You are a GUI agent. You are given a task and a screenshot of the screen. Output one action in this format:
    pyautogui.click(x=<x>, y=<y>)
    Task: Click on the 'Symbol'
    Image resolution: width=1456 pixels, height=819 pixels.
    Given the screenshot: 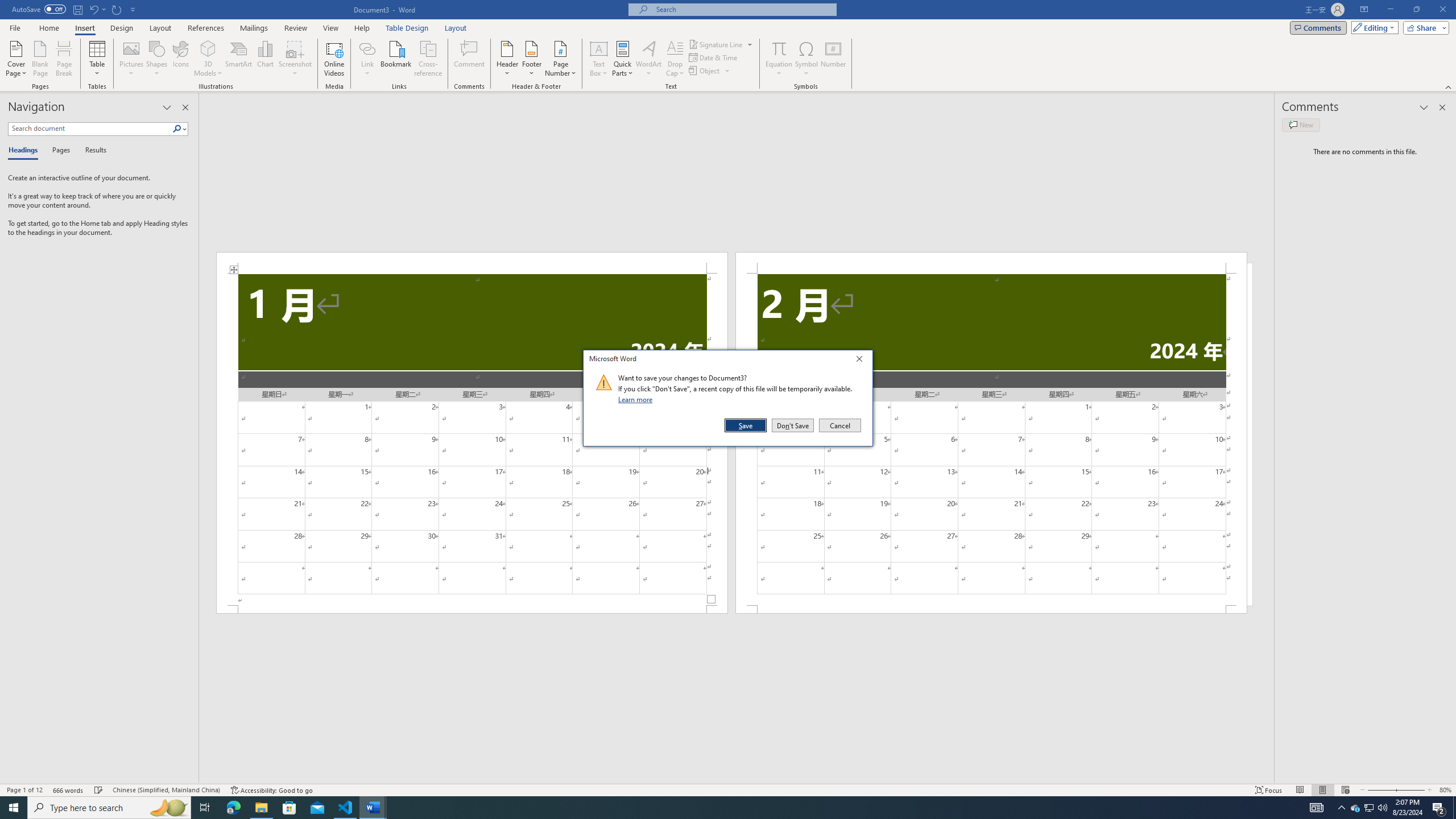 What is the action you would take?
    pyautogui.click(x=806, y=59)
    